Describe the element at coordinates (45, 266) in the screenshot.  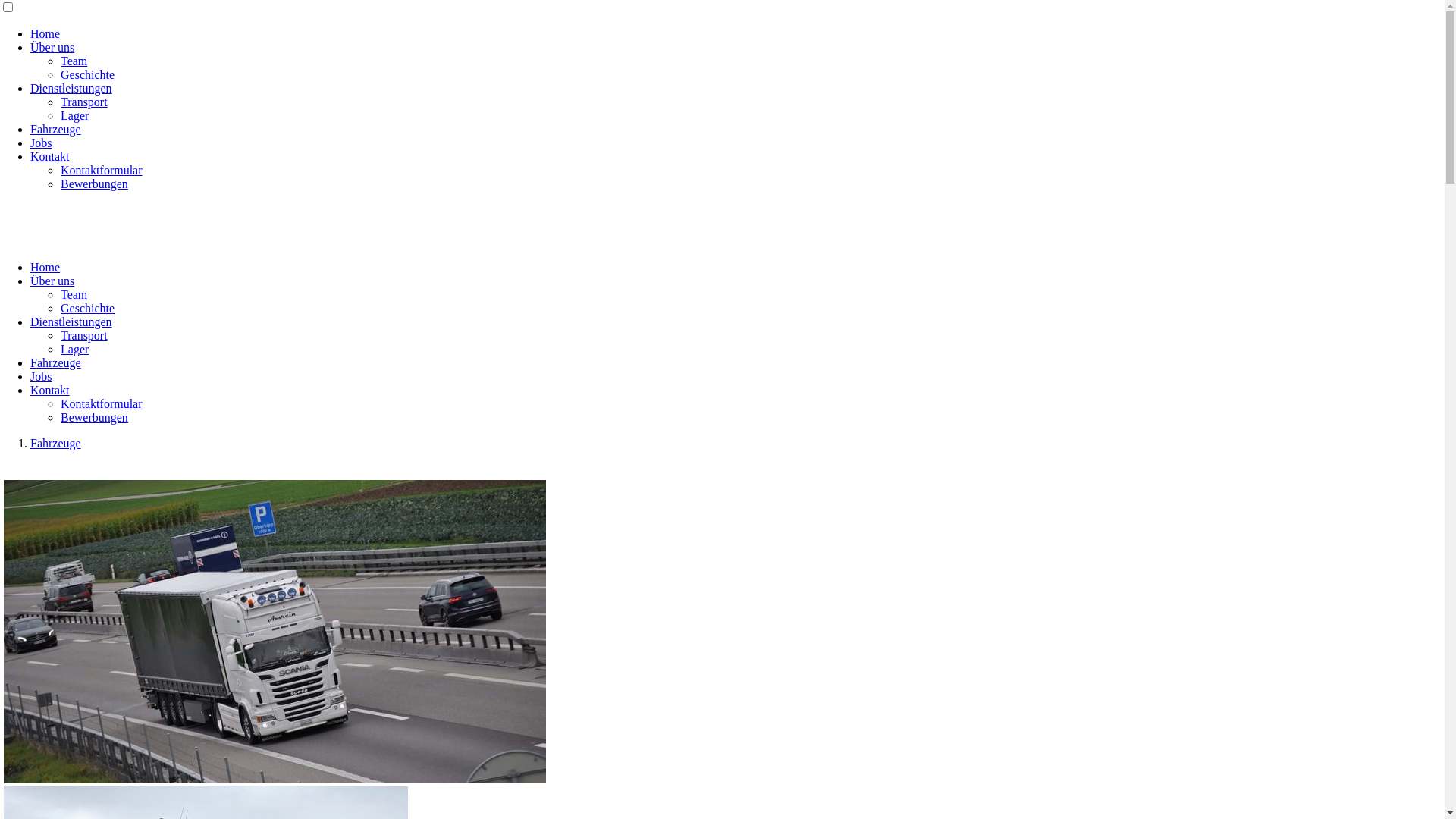
I see `'Home'` at that location.